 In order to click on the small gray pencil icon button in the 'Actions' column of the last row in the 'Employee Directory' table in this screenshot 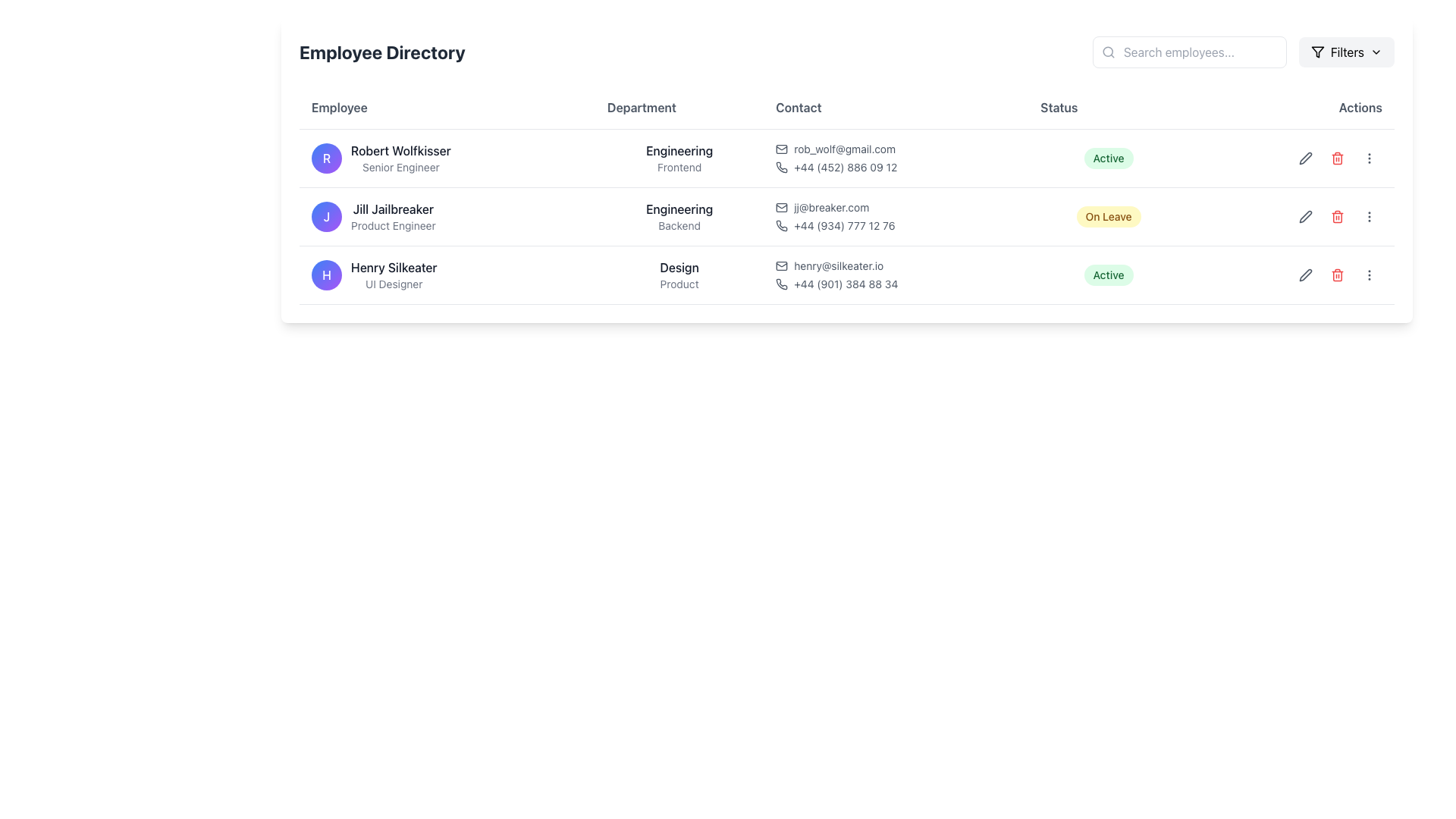, I will do `click(1305, 275)`.